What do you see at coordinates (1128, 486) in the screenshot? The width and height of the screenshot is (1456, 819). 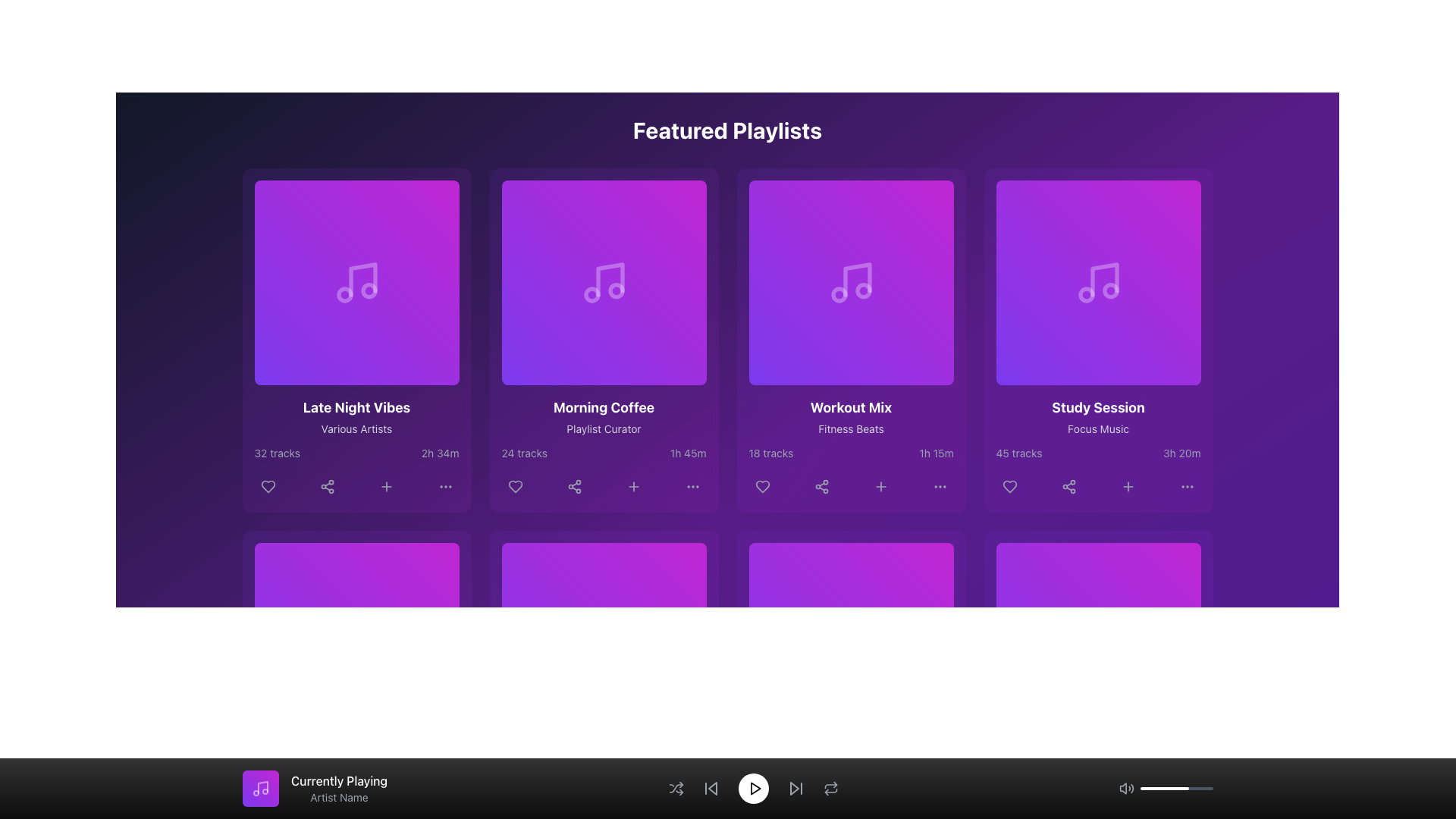 I see `the button located below the 'Study Session' card, which is the fourth button in a series of icons` at bounding box center [1128, 486].